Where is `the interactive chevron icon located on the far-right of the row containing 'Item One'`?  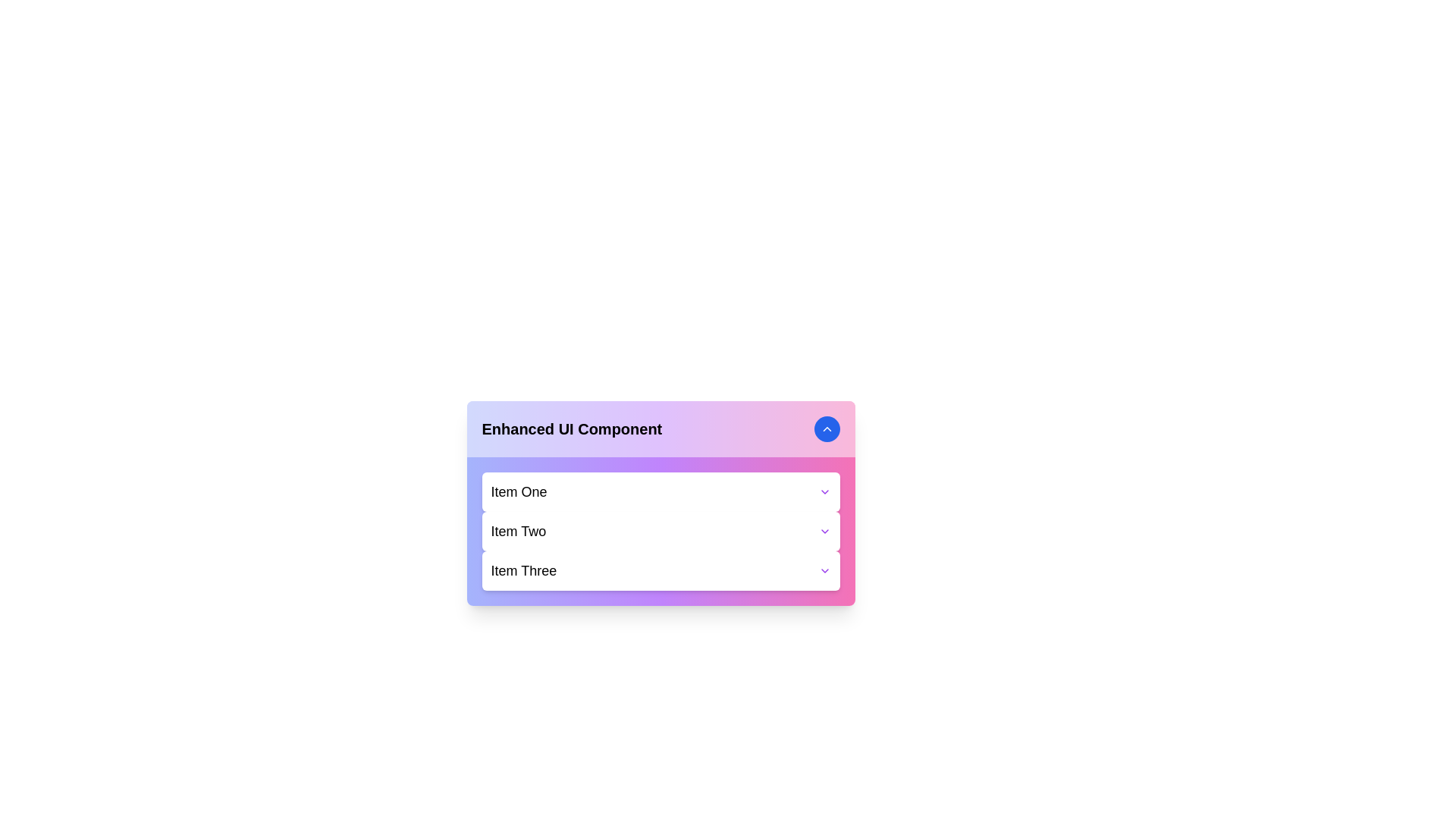 the interactive chevron icon located on the far-right of the row containing 'Item One' is located at coordinates (824, 491).